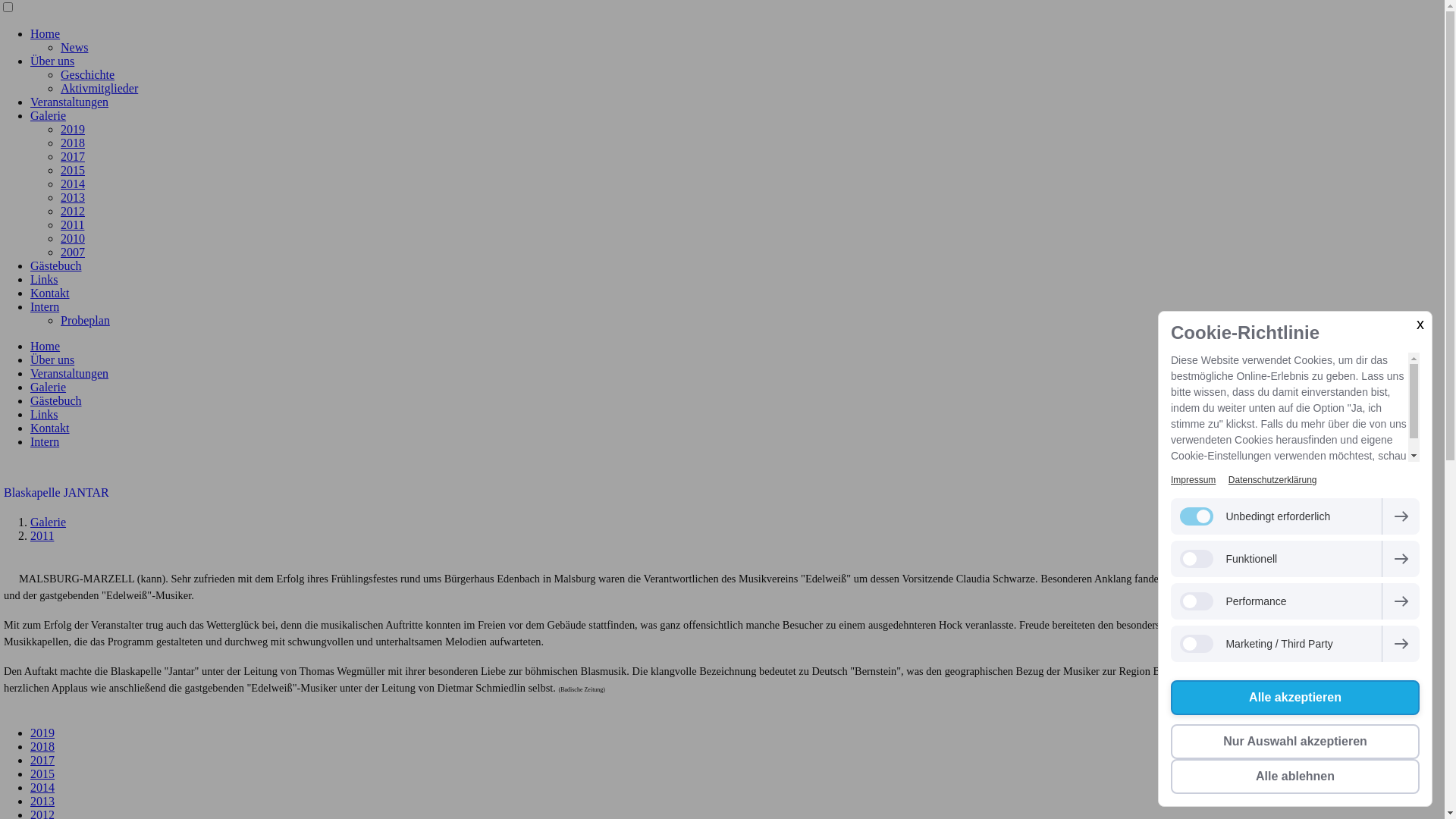 This screenshot has width=1456, height=819. Describe the element at coordinates (44, 441) in the screenshot. I see `'Intern'` at that location.